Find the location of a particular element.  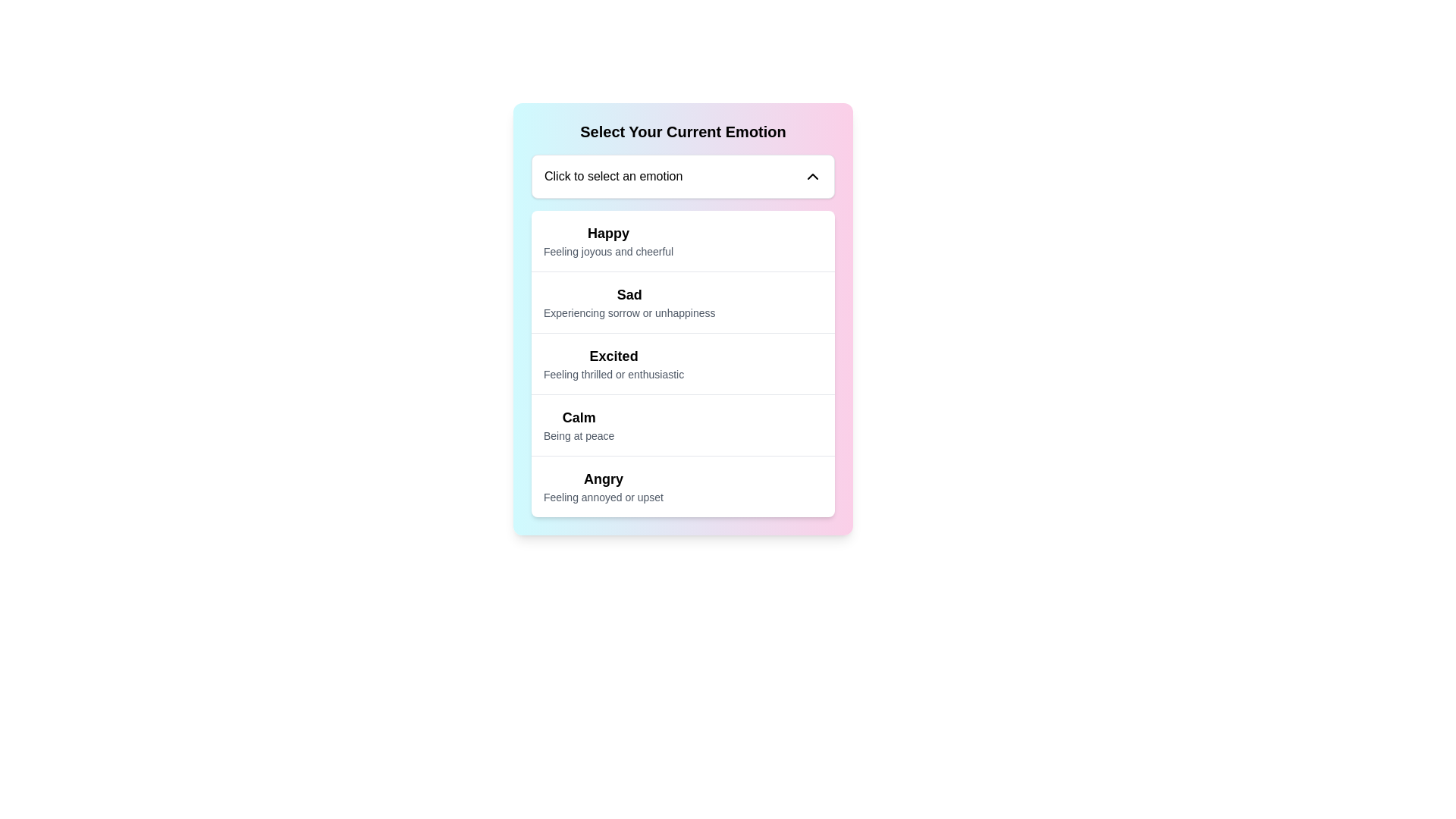

the selectable list item representing the 'Sad' emotional state, which is the second option in the list under 'Select Your Current Emotion.' is located at coordinates (682, 302).